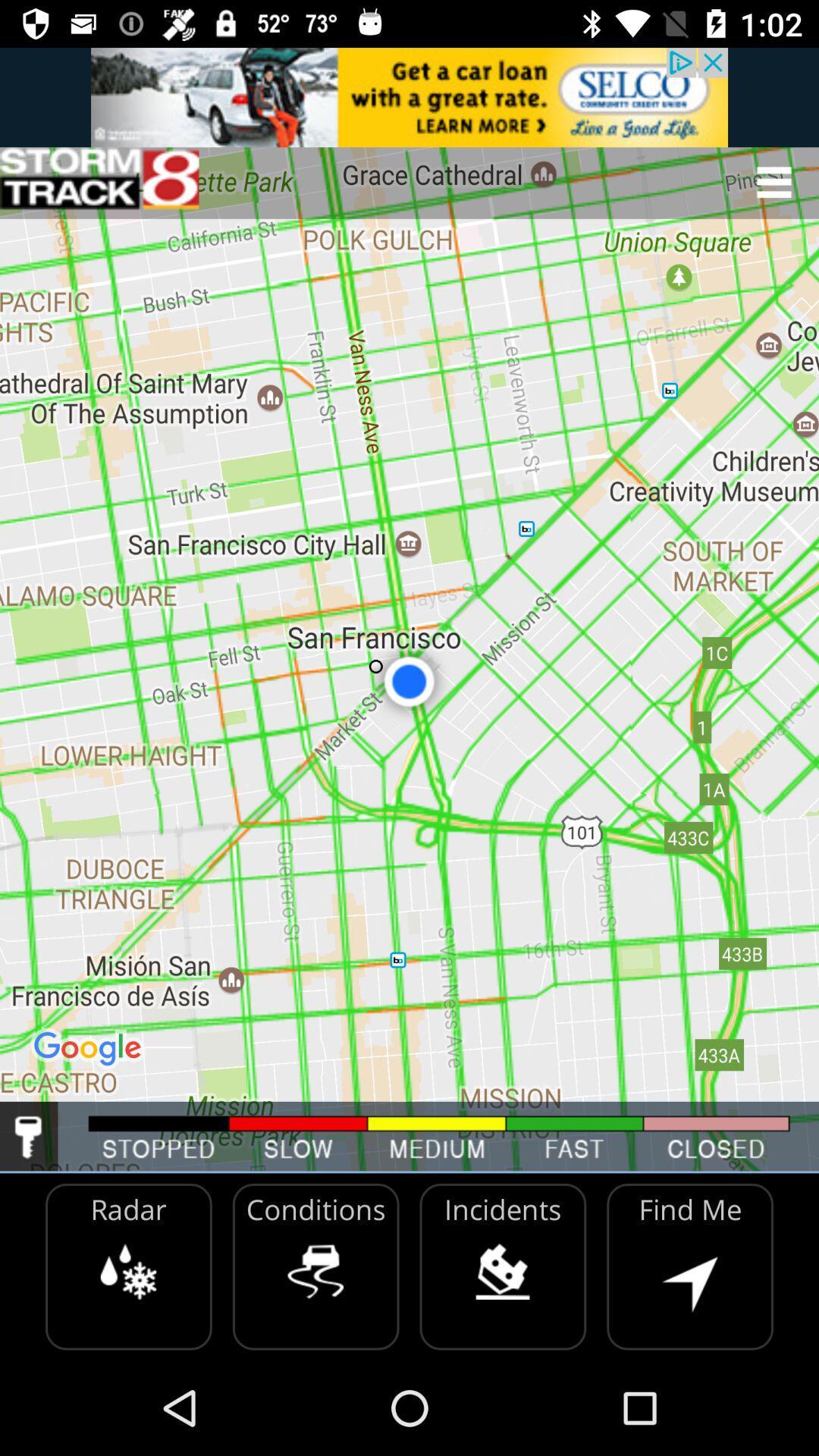 Image resolution: width=819 pixels, height=1456 pixels. I want to click on the main storm track 8 screen, so click(99, 182).